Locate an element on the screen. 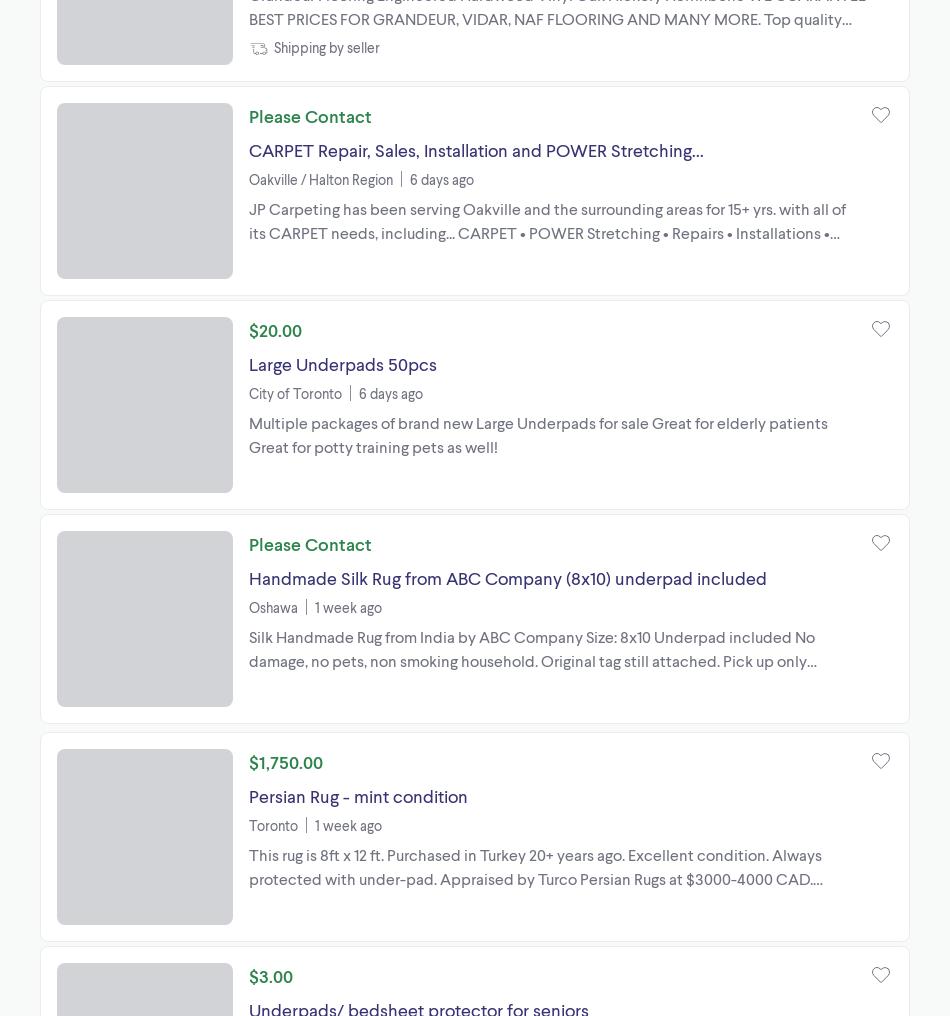 Image resolution: width=950 pixels, height=1016 pixels. 'Persian Rug - mint condition' is located at coordinates (357, 794).